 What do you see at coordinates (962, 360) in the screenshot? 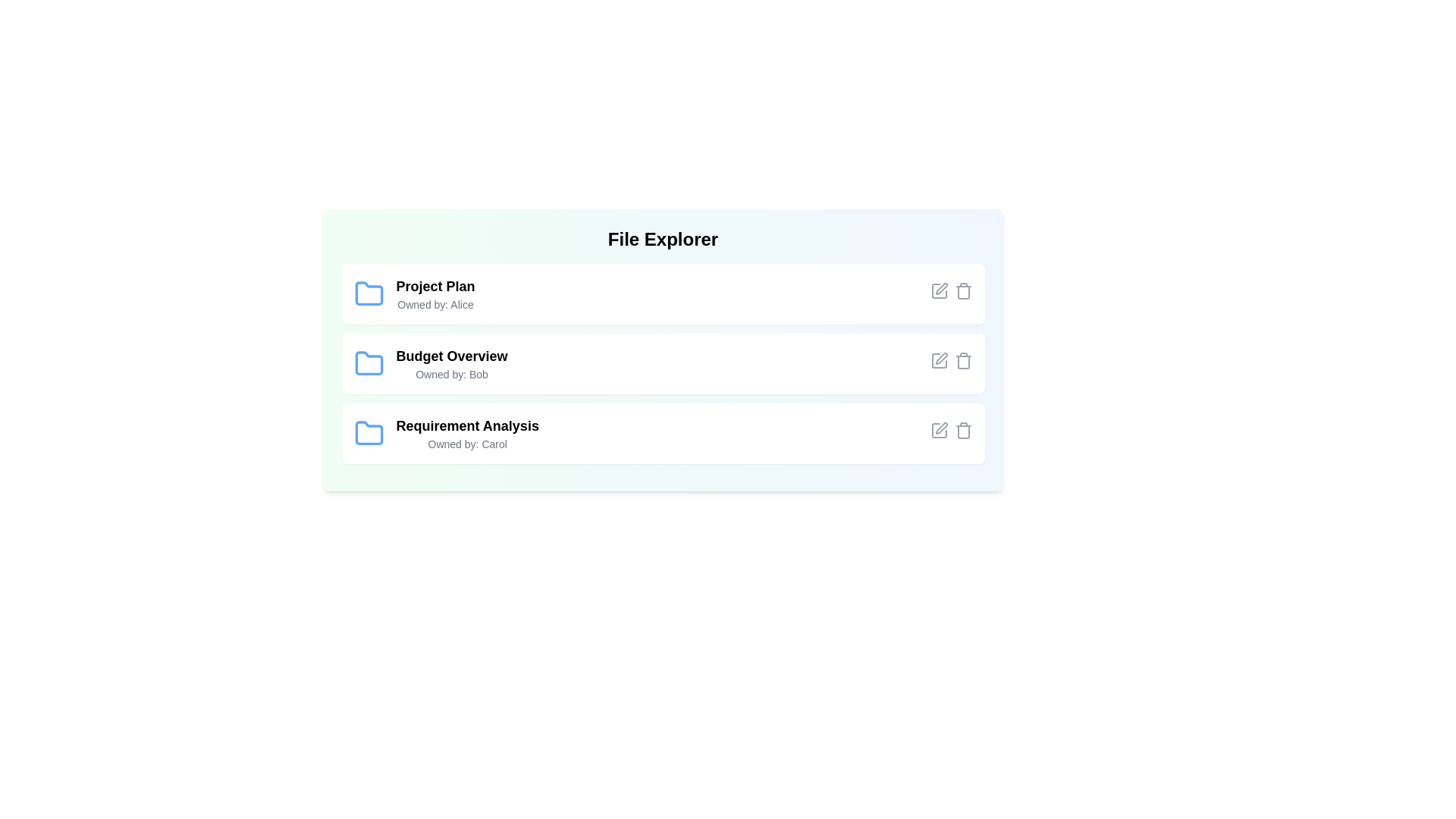
I see `the delete icon for the file named Budget Overview` at bounding box center [962, 360].